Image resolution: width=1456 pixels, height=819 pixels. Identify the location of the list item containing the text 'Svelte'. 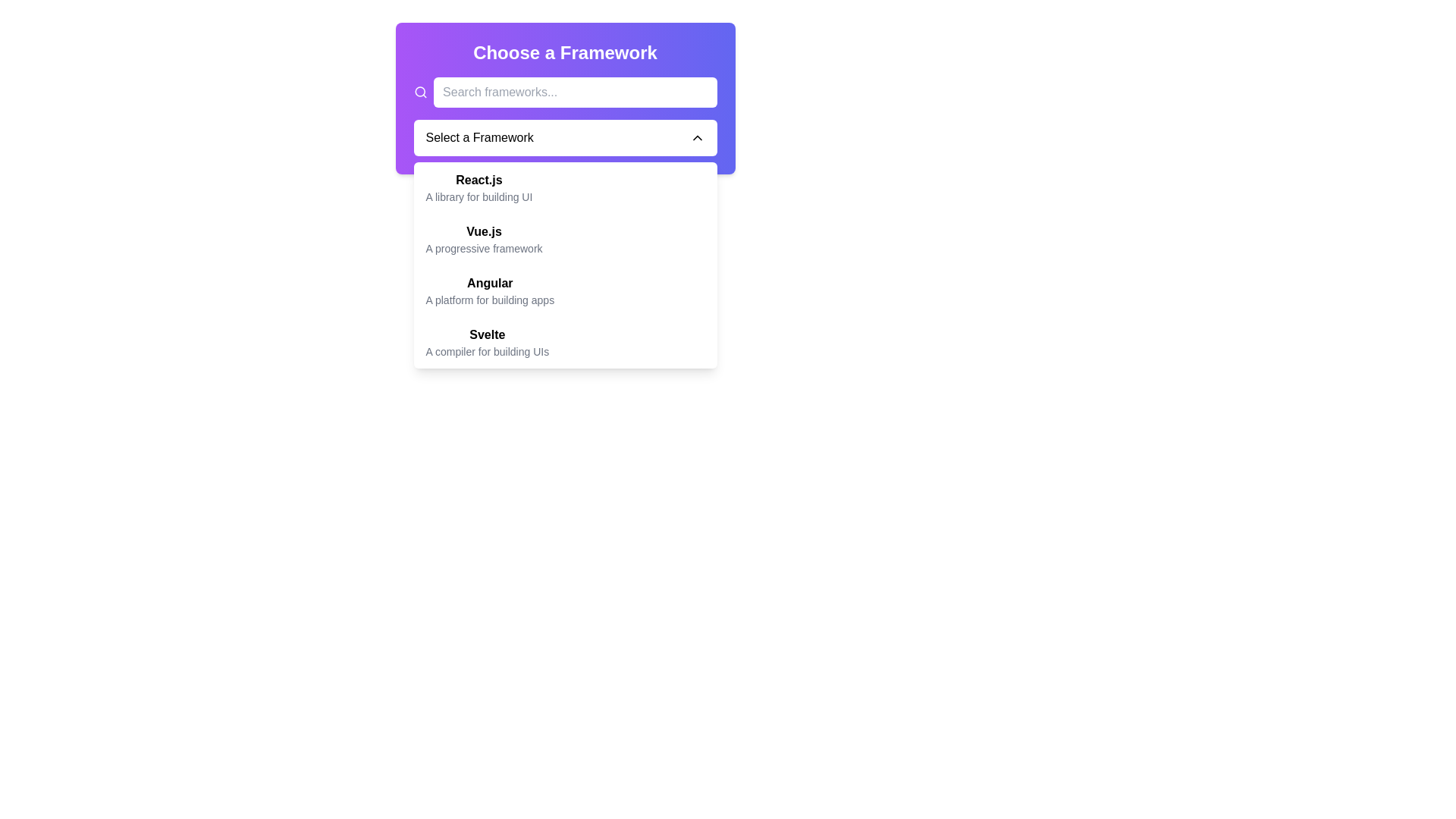
(487, 342).